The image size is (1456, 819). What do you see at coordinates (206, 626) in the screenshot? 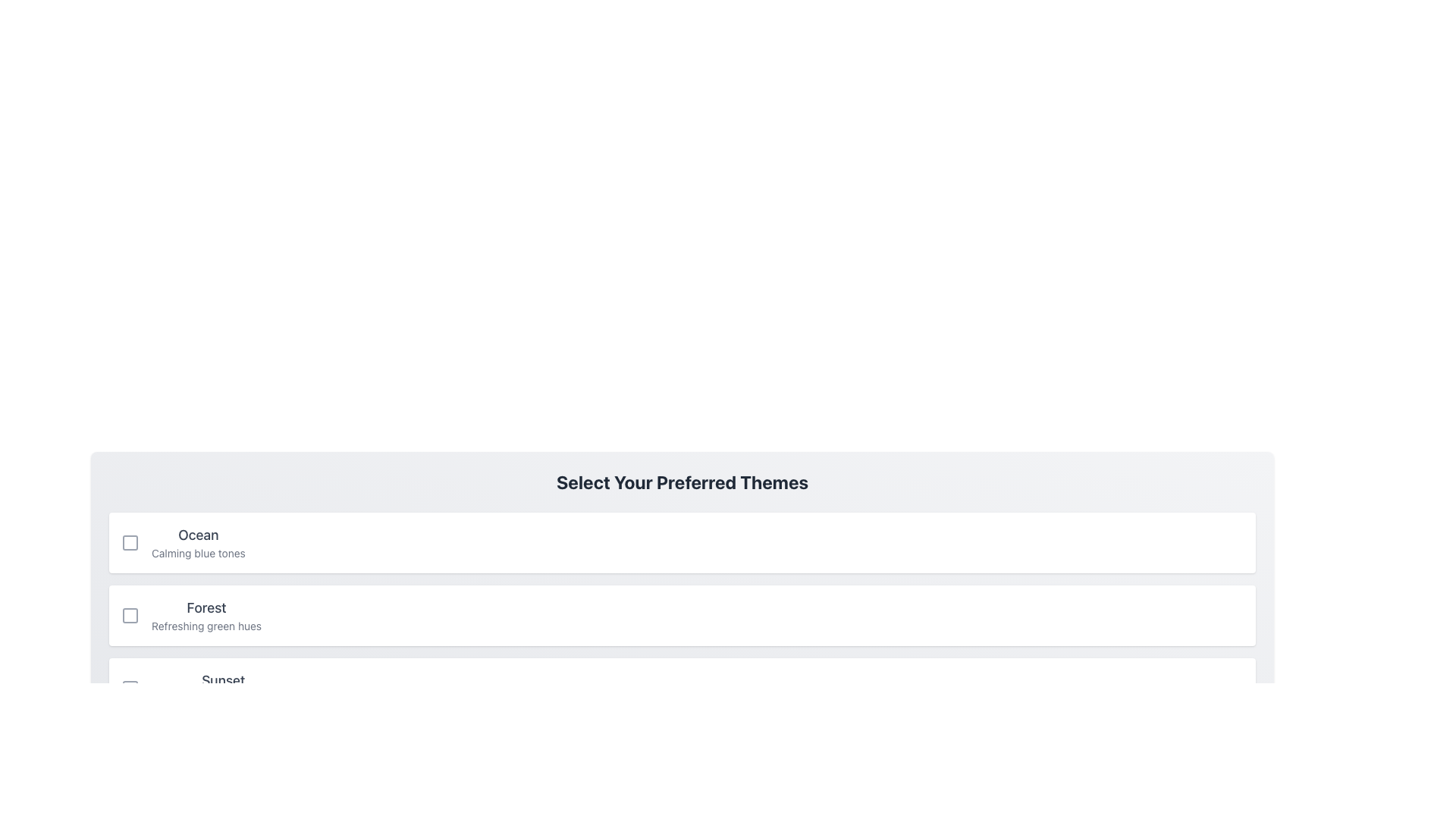
I see `the text label stating 'Refreshing green hues', which is styled in a smaller font size and muted grey color, located directly below the 'Forest' header` at bounding box center [206, 626].